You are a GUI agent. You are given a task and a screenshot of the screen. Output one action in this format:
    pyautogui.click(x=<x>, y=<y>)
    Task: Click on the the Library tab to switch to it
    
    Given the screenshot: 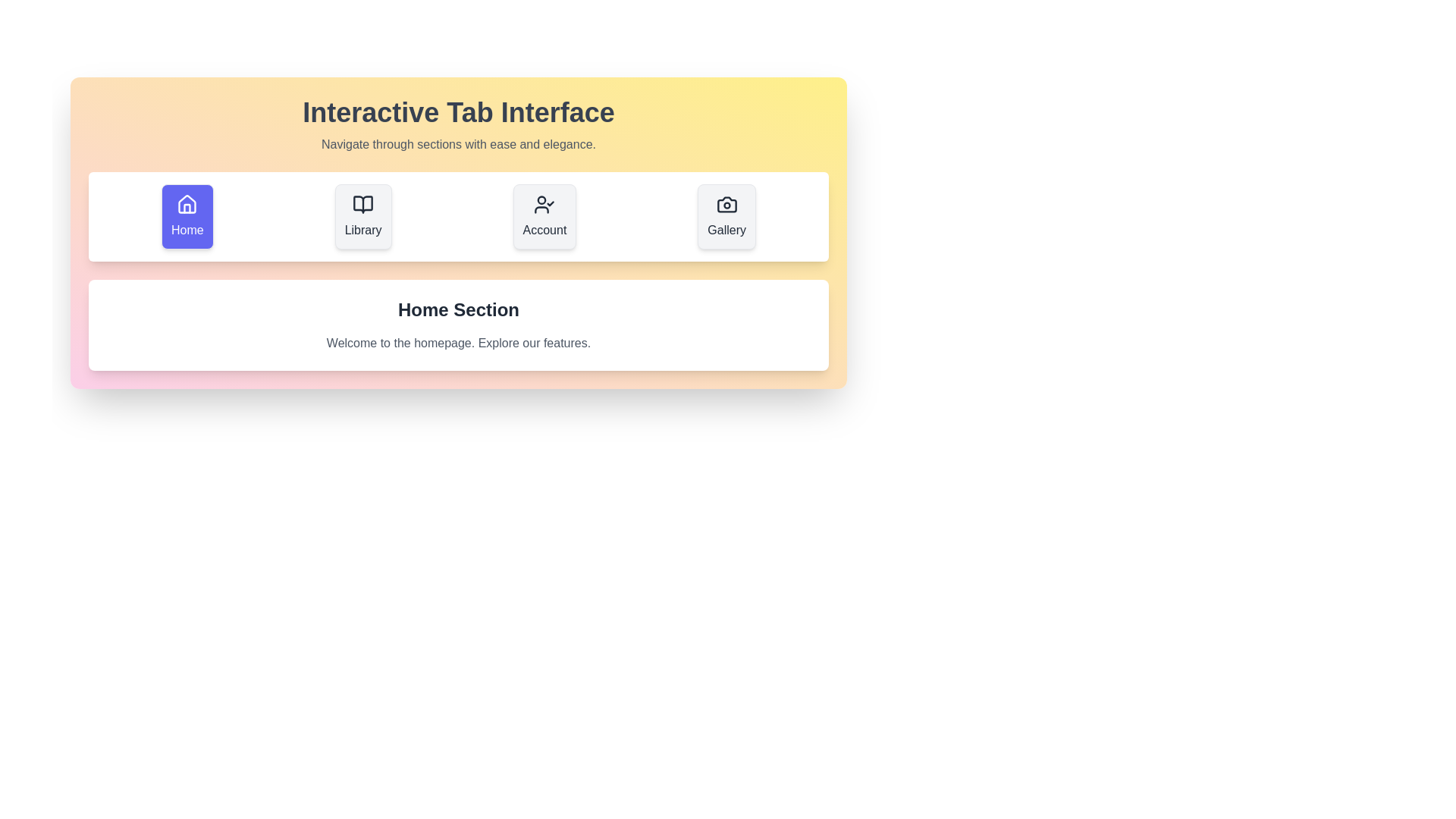 What is the action you would take?
    pyautogui.click(x=362, y=216)
    